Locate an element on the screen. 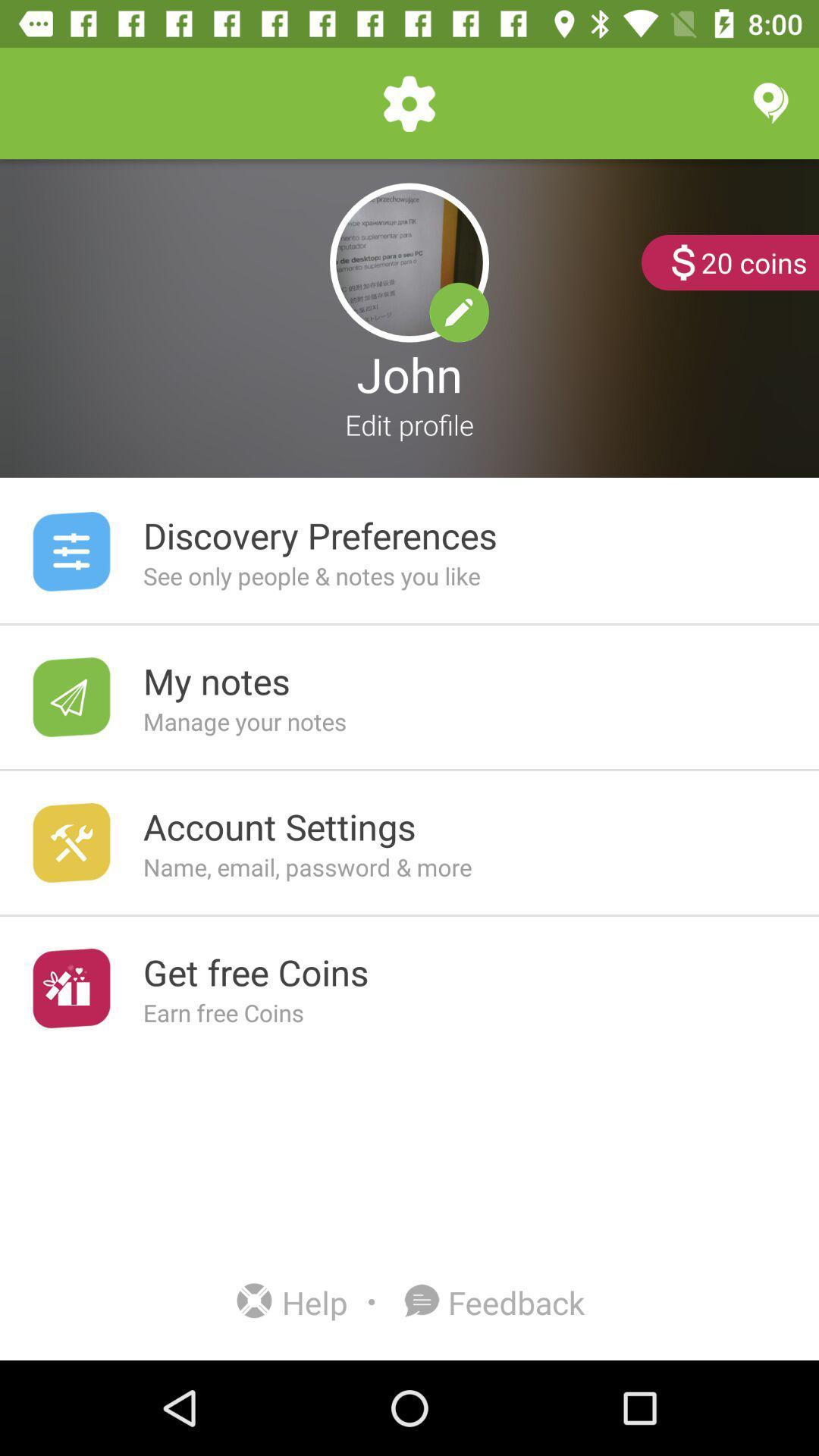 The image size is (819, 1456). the settings option is located at coordinates (409, 102).